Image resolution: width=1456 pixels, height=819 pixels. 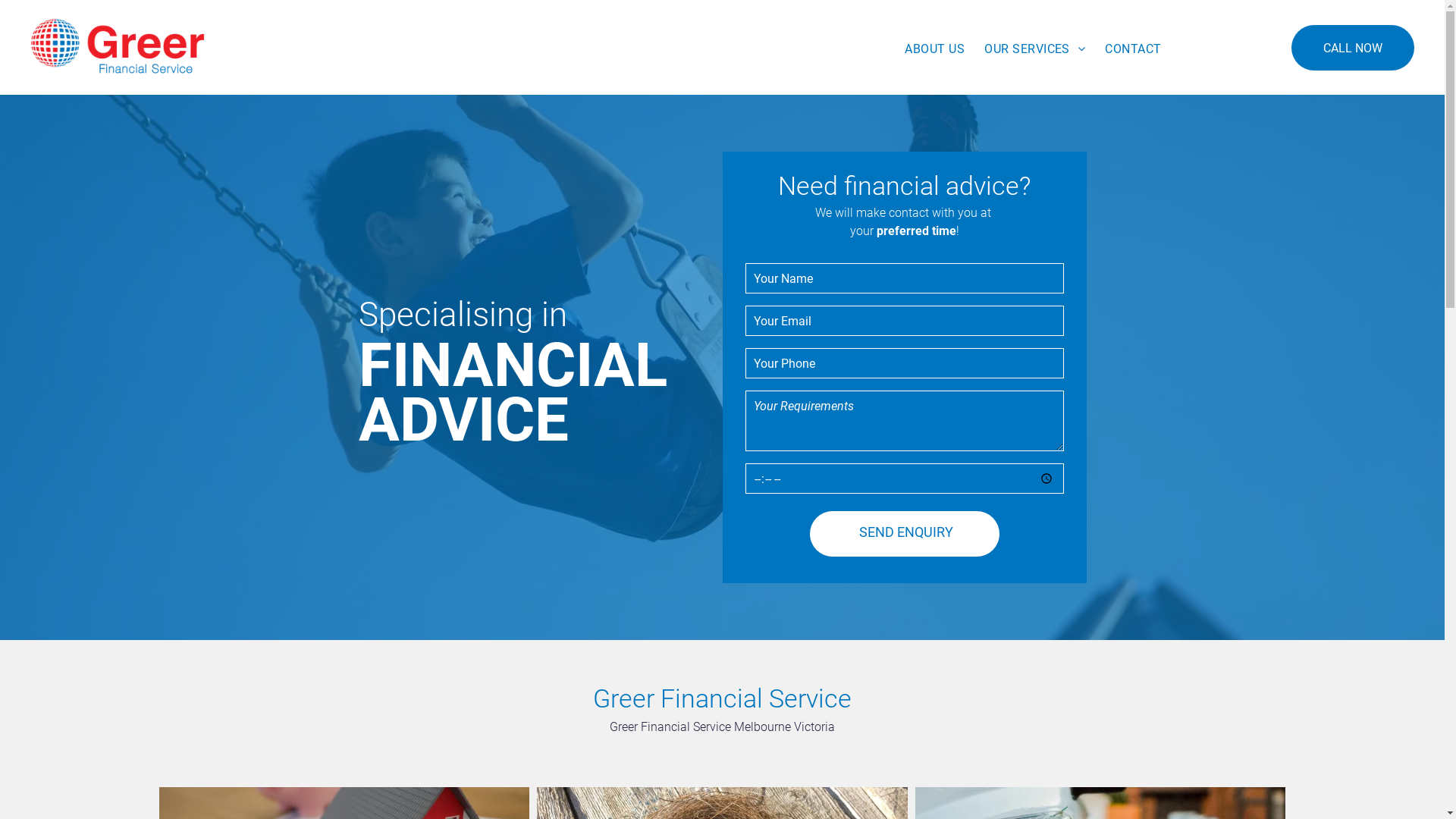 What do you see at coordinates (934, 49) in the screenshot?
I see `'ABOUT US'` at bounding box center [934, 49].